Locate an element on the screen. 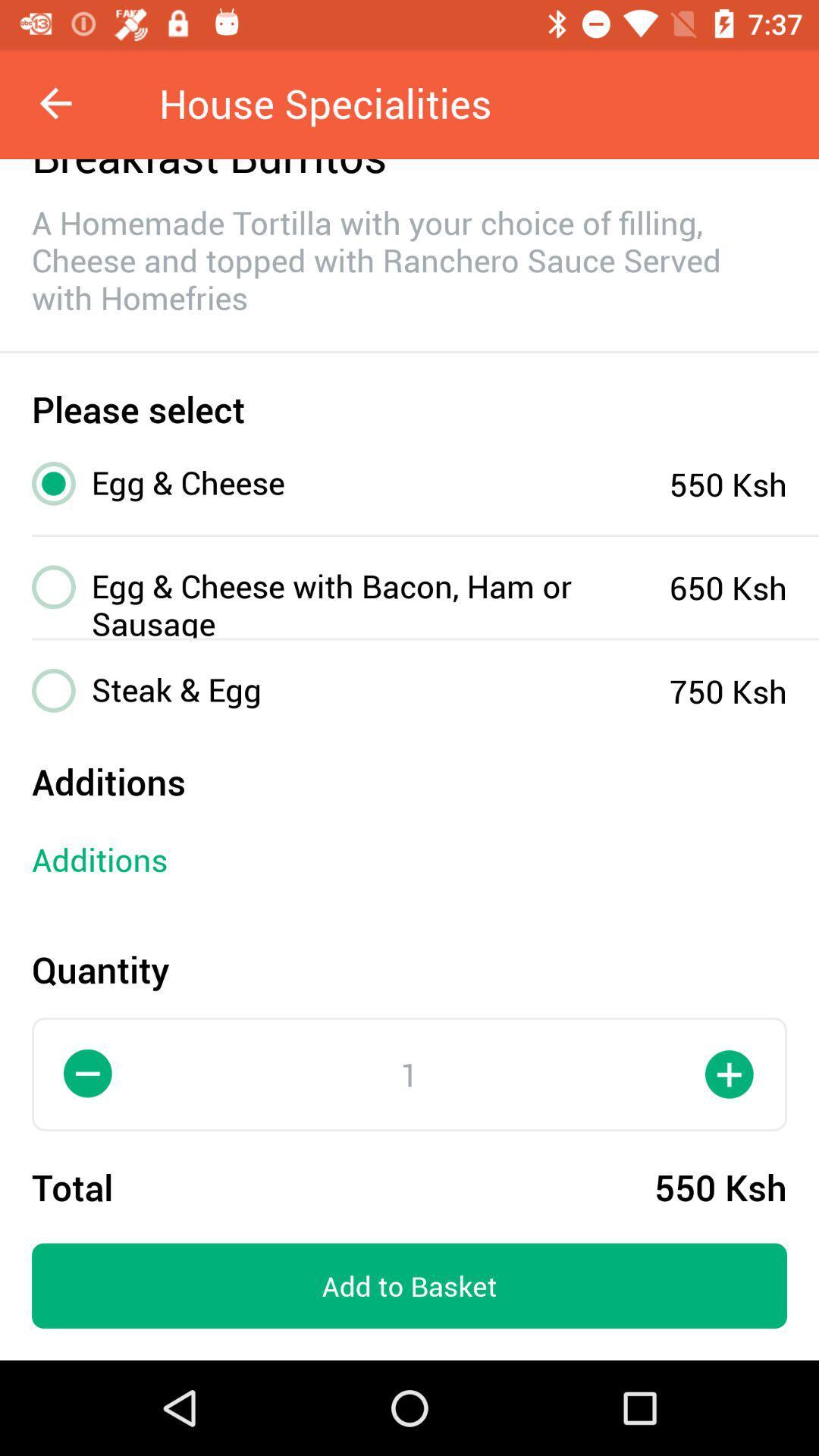 This screenshot has width=819, height=1456. the item above 550 ksh item is located at coordinates (730, 1073).